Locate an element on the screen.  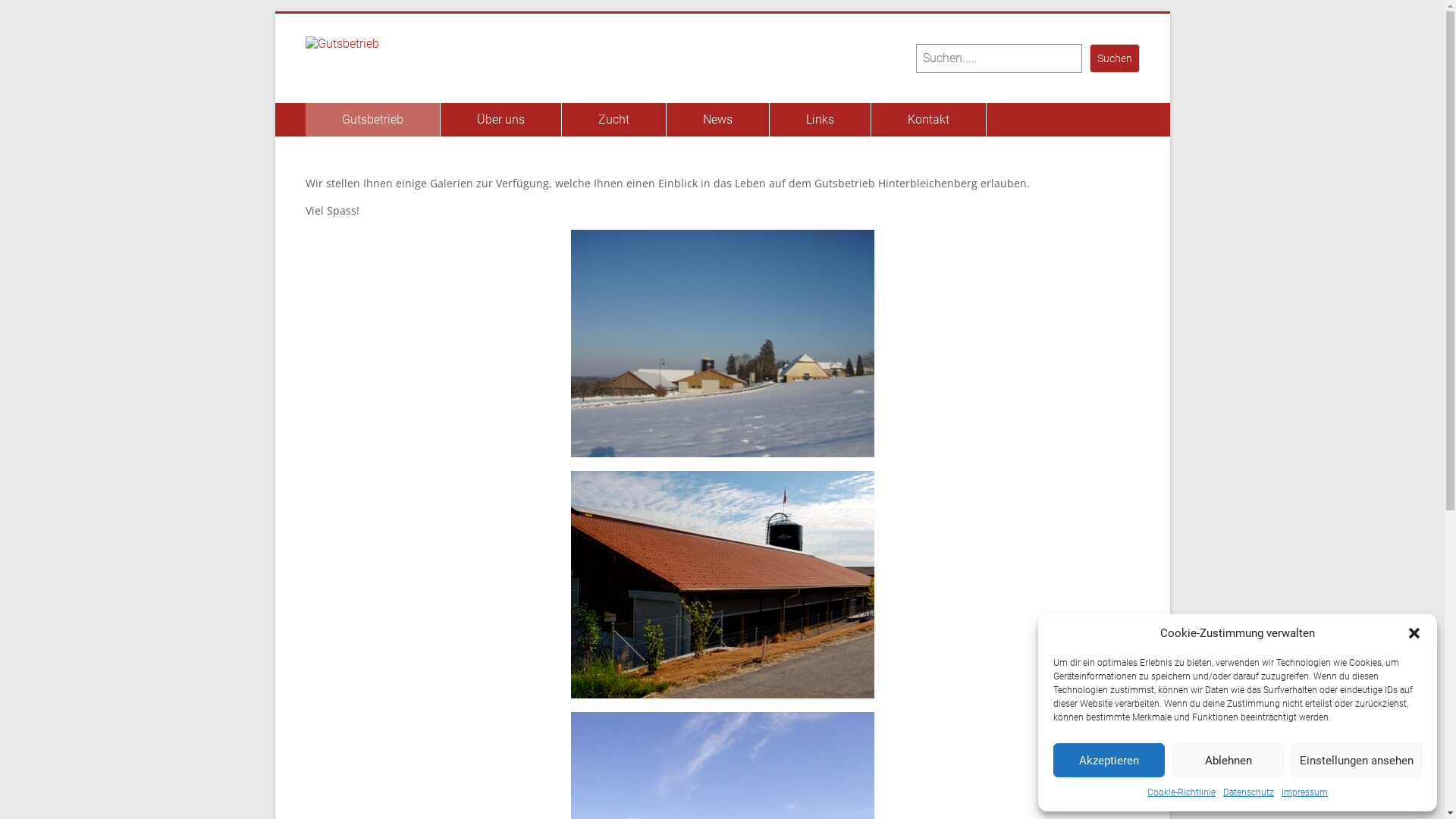
'Kontakt' is located at coordinates (870, 119).